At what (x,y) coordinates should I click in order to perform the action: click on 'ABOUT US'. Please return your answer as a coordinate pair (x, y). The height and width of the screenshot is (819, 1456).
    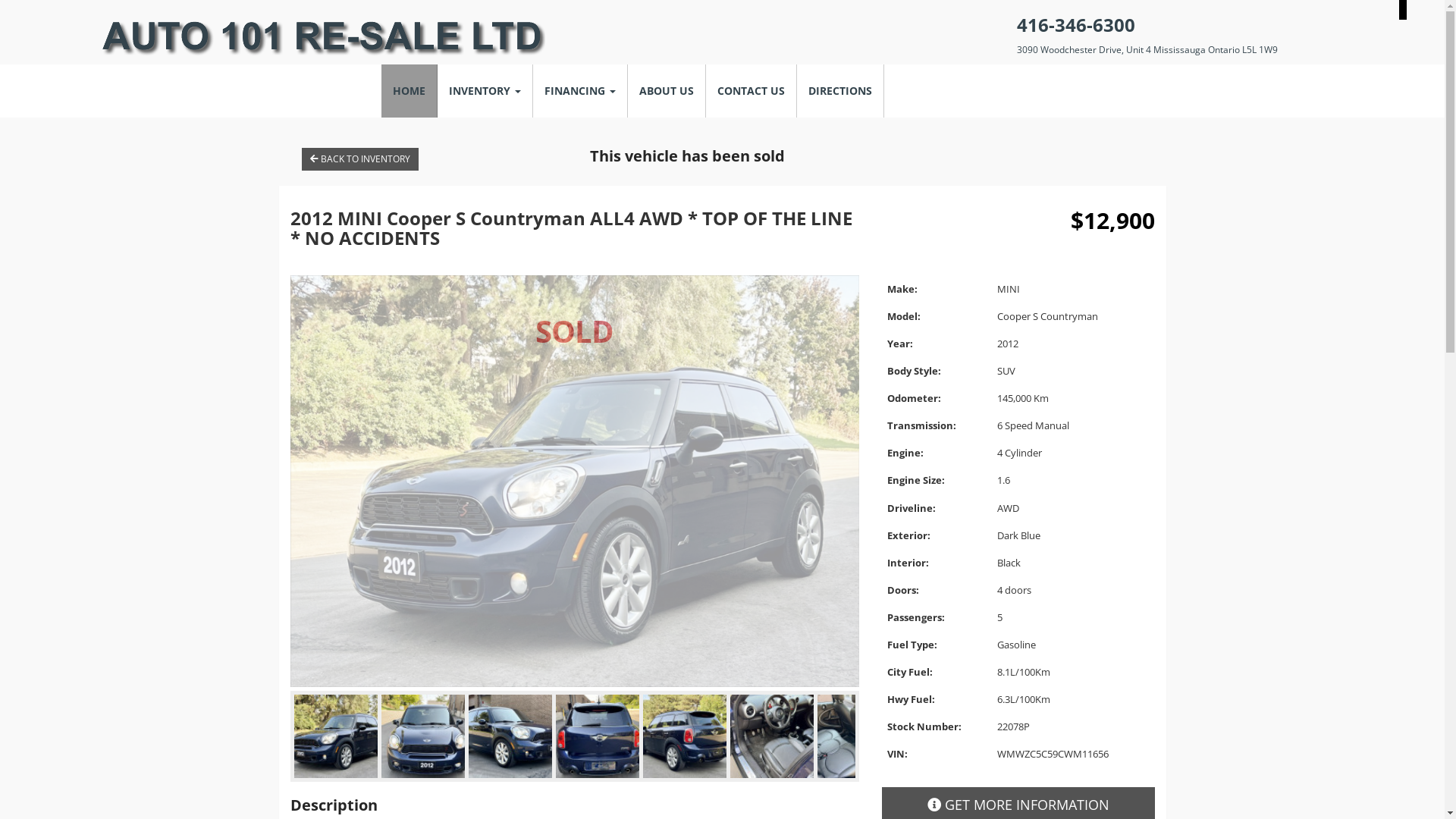
    Looking at the image, I should click on (667, 90).